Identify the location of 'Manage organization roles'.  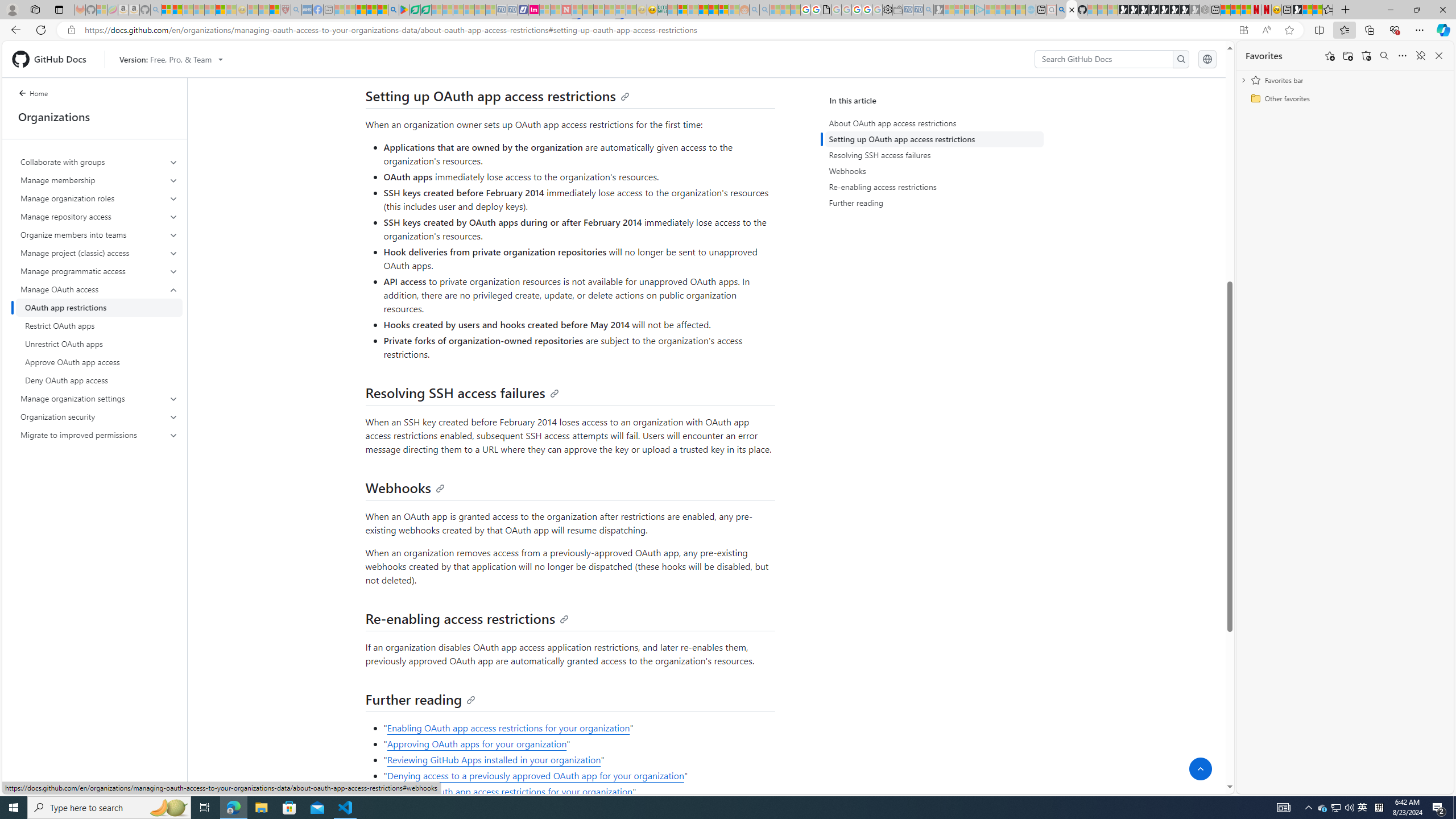
(100, 198).